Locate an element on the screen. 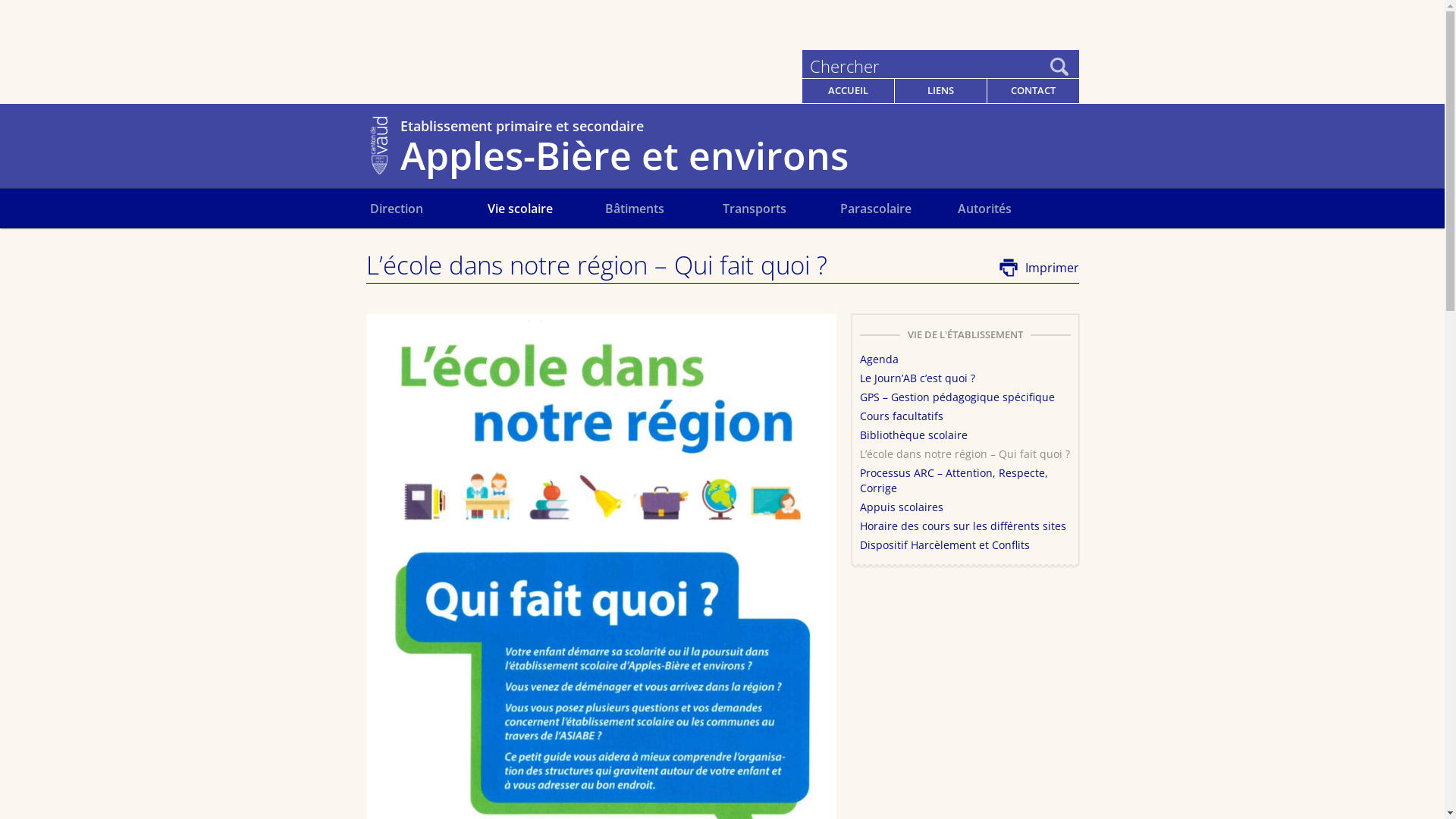  'Imprimer' is located at coordinates (1038, 267).